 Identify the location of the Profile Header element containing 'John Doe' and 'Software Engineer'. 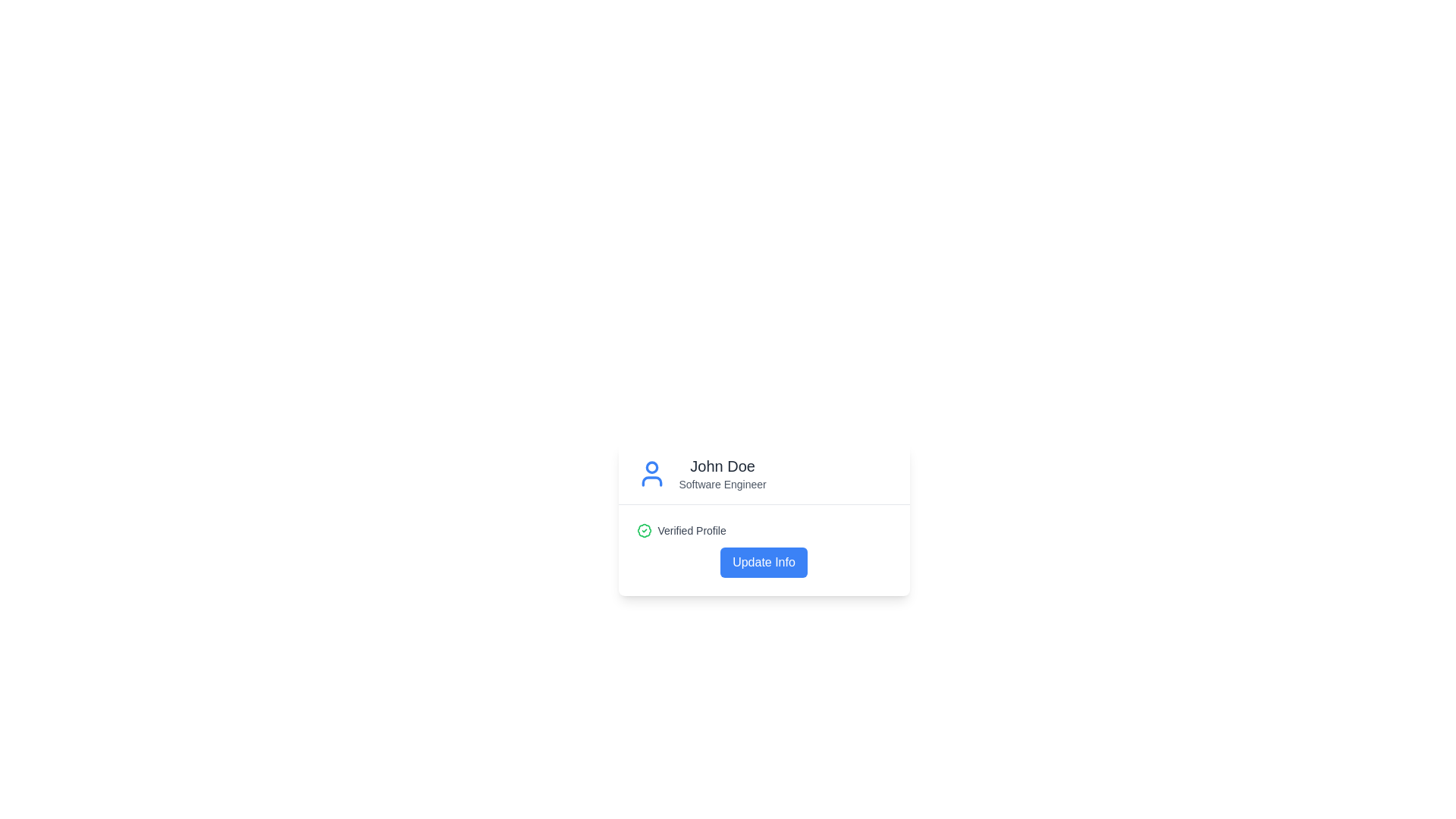
(764, 473).